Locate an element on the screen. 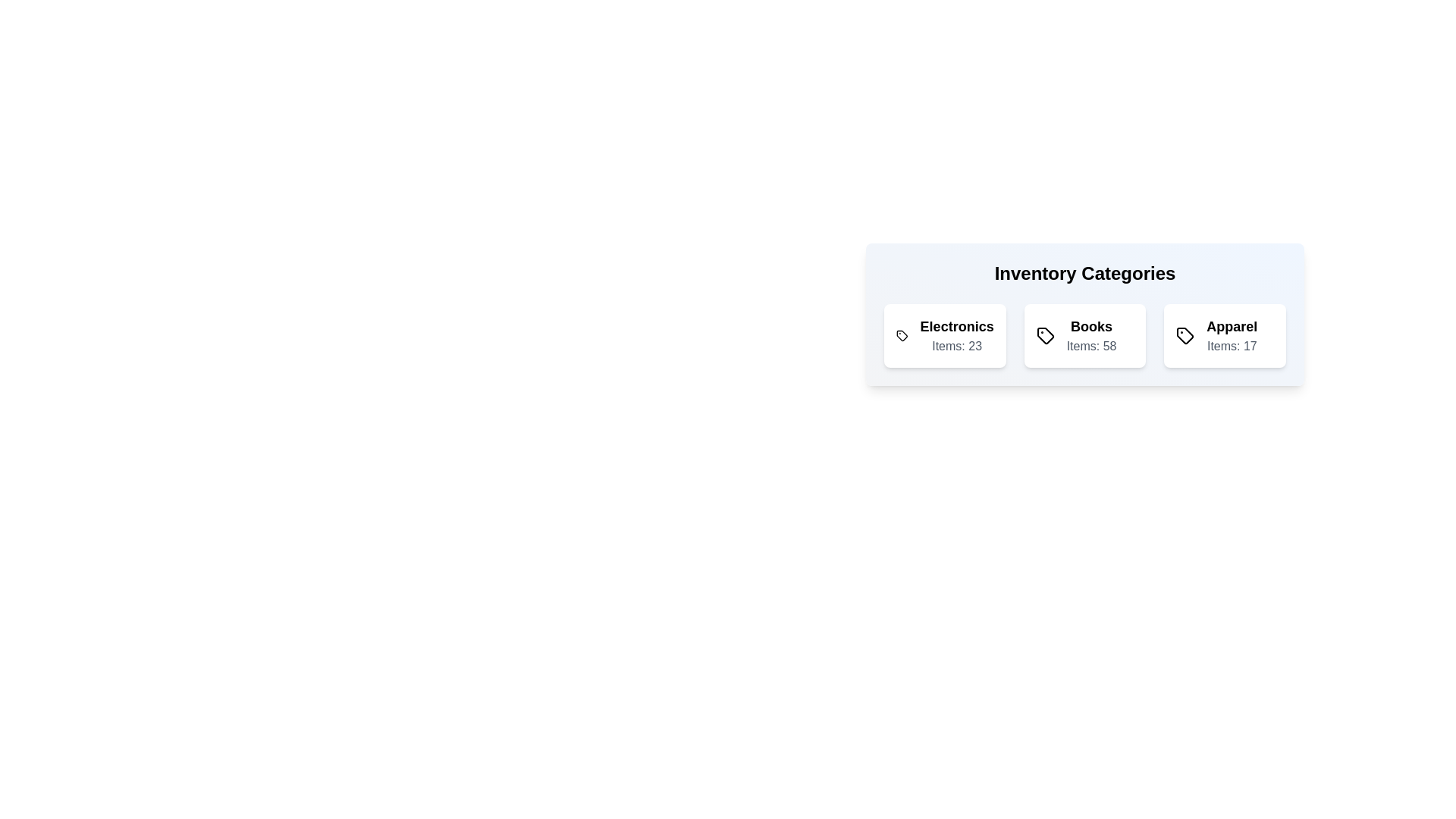 The height and width of the screenshot is (819, 1456). the category card for Electronics is located at coordinates (944, 335).